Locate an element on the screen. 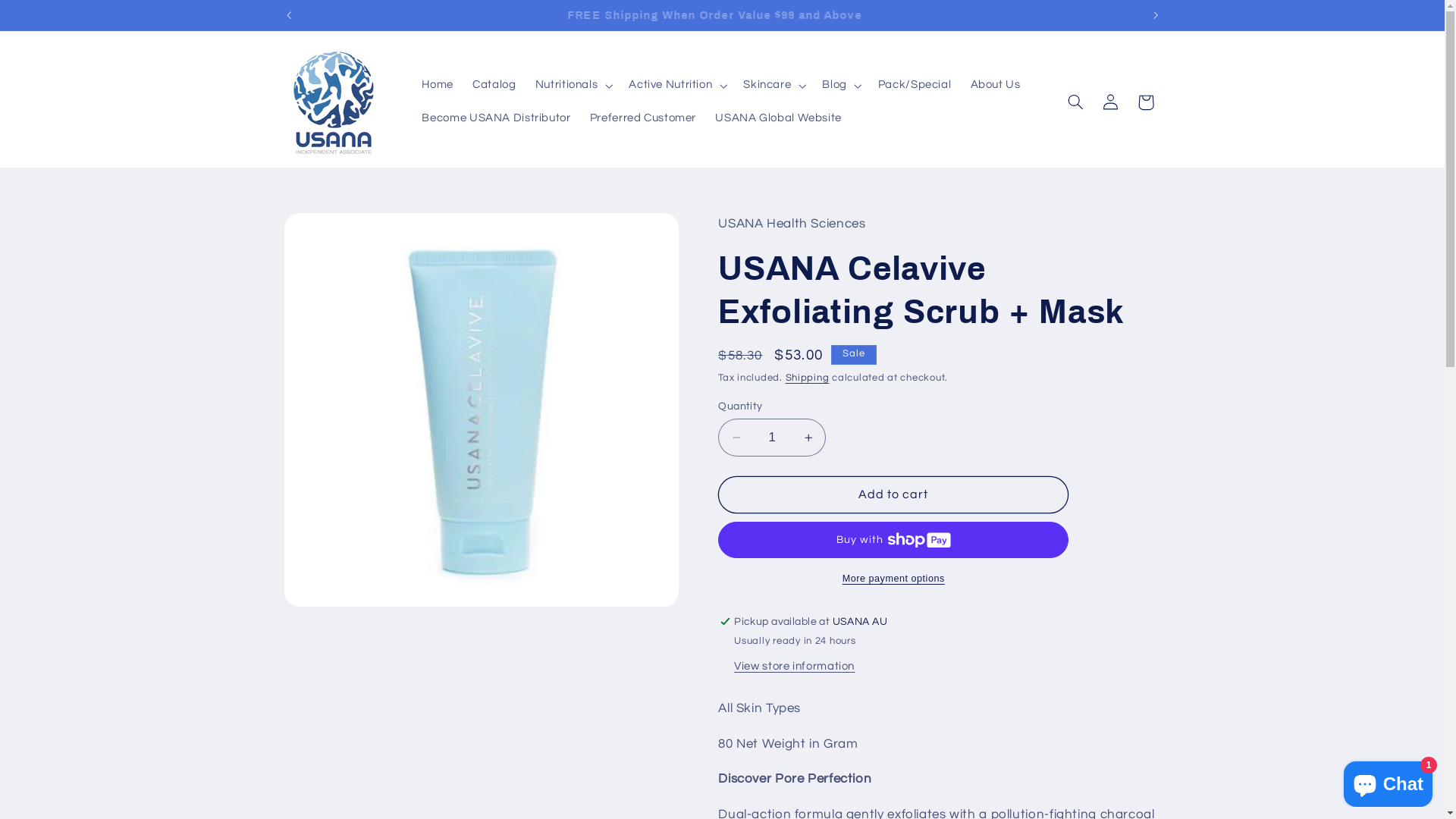  'Preferred Customer' is located at coordinates (643, 118).